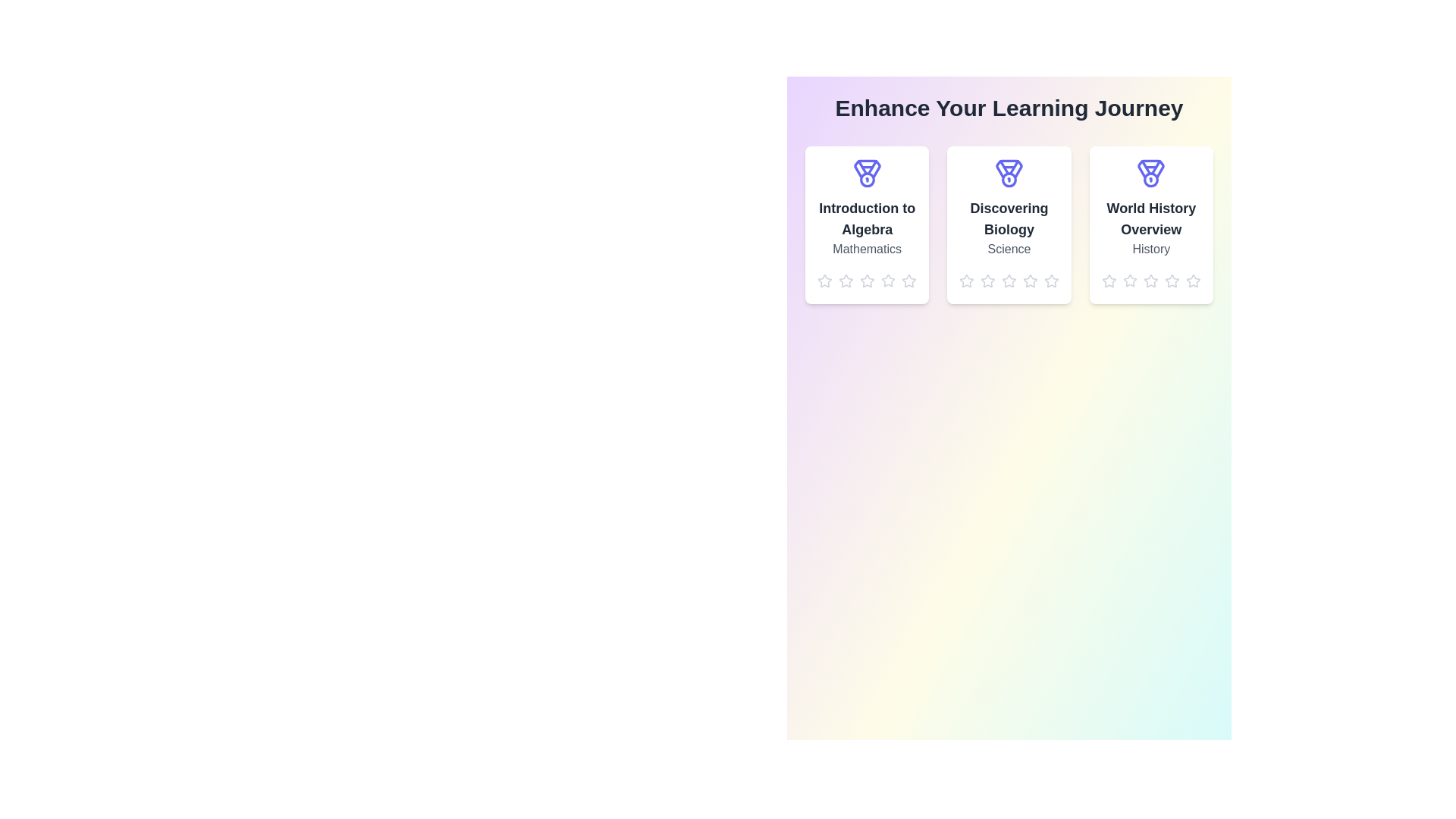 The width and height of the screenshot is (1456, 819). What do you see at coordinates (1150, 225) in the screenshot?
I see `the card for the module titled 'World History Overview'` at bounding box center [1150, 225].